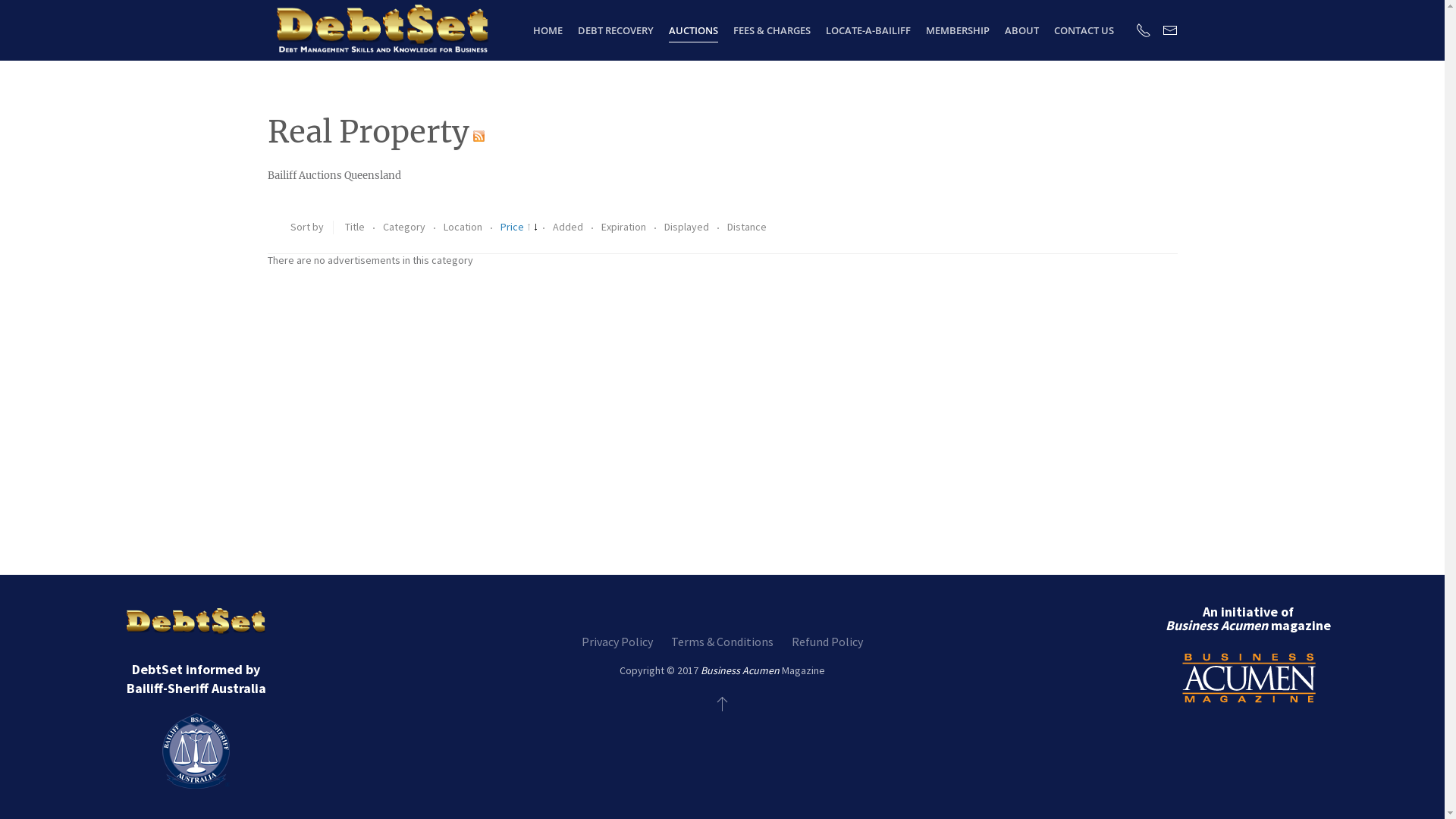 This screenshot has height=819, width=1456. Describe the element at coordinates (266, 174) in the screenshot. I see `'Bailiff Auctions Queensland'` at that location.